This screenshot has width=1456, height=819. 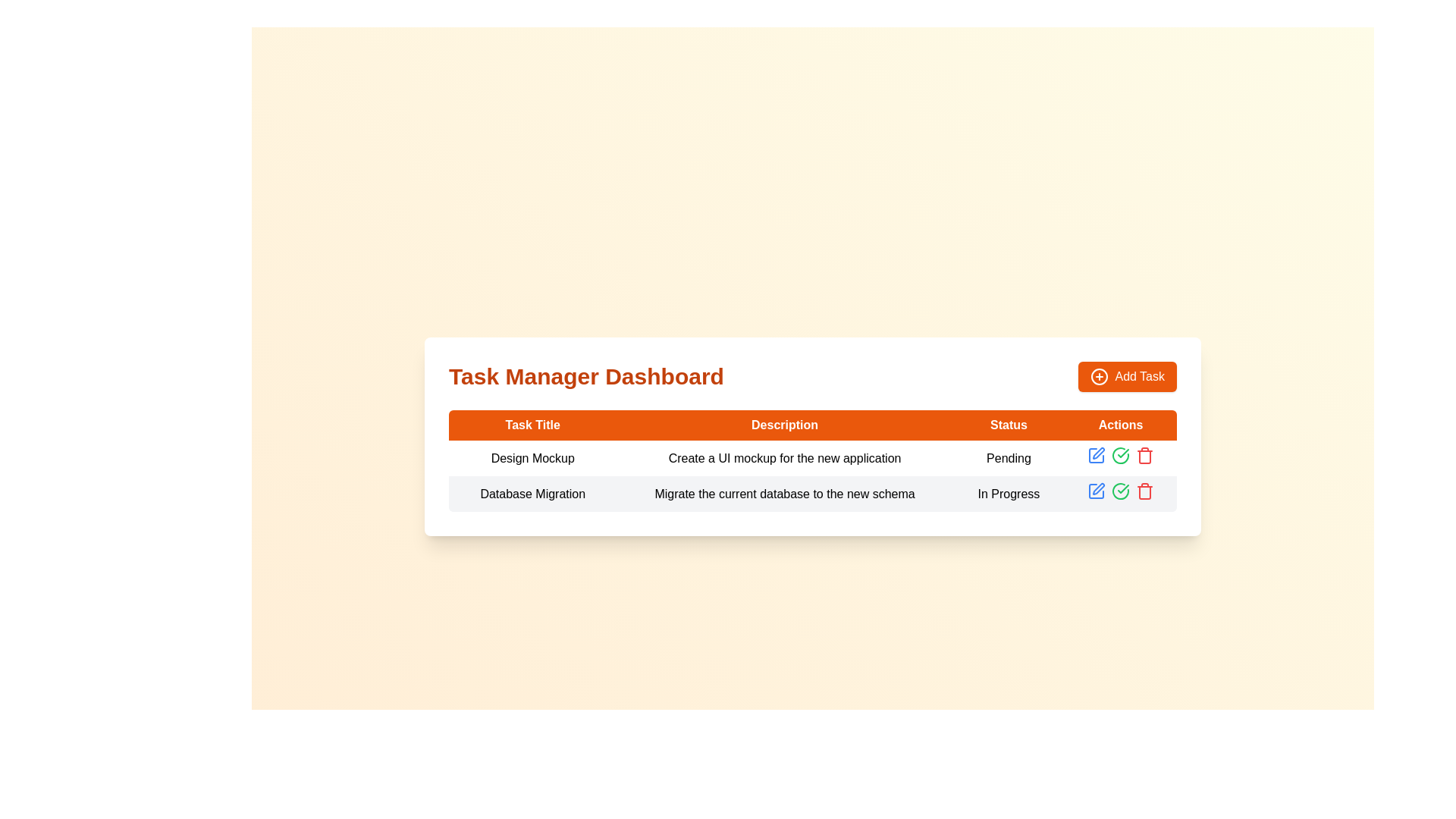 What do you see at coordinates (1009, 457) in the screenshot?
I see `the static text label displaying the word 'Pending' in the third column labeled 'Status' of the table, which is aligned with the description 'Create a UI mockup for the new application' under the 'Design Mockup' task title` at bounding box center [1009, 457].